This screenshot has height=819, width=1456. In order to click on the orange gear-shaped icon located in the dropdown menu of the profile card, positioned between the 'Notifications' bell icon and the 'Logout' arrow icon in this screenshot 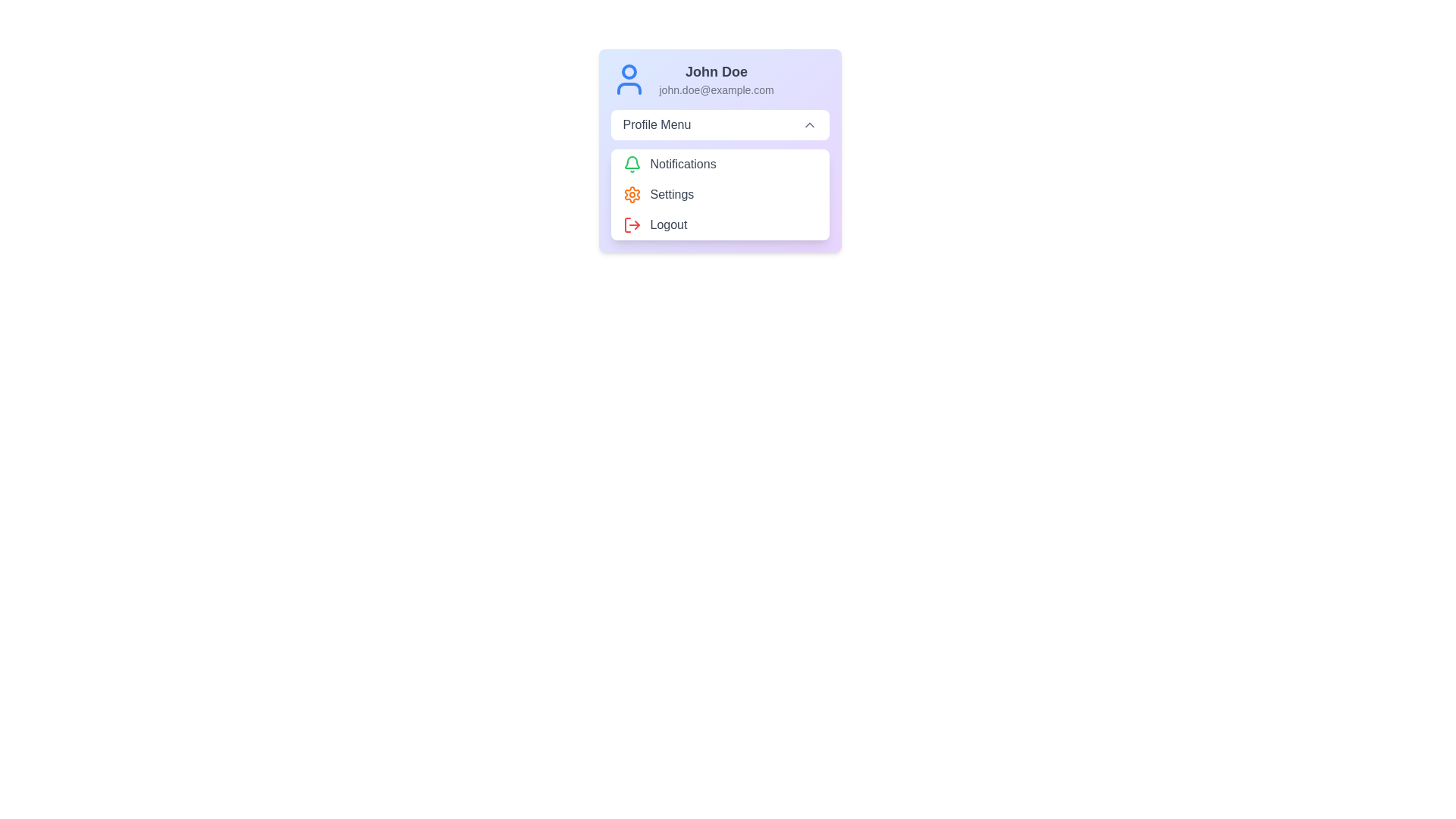, I will do `click(632, 194)`.